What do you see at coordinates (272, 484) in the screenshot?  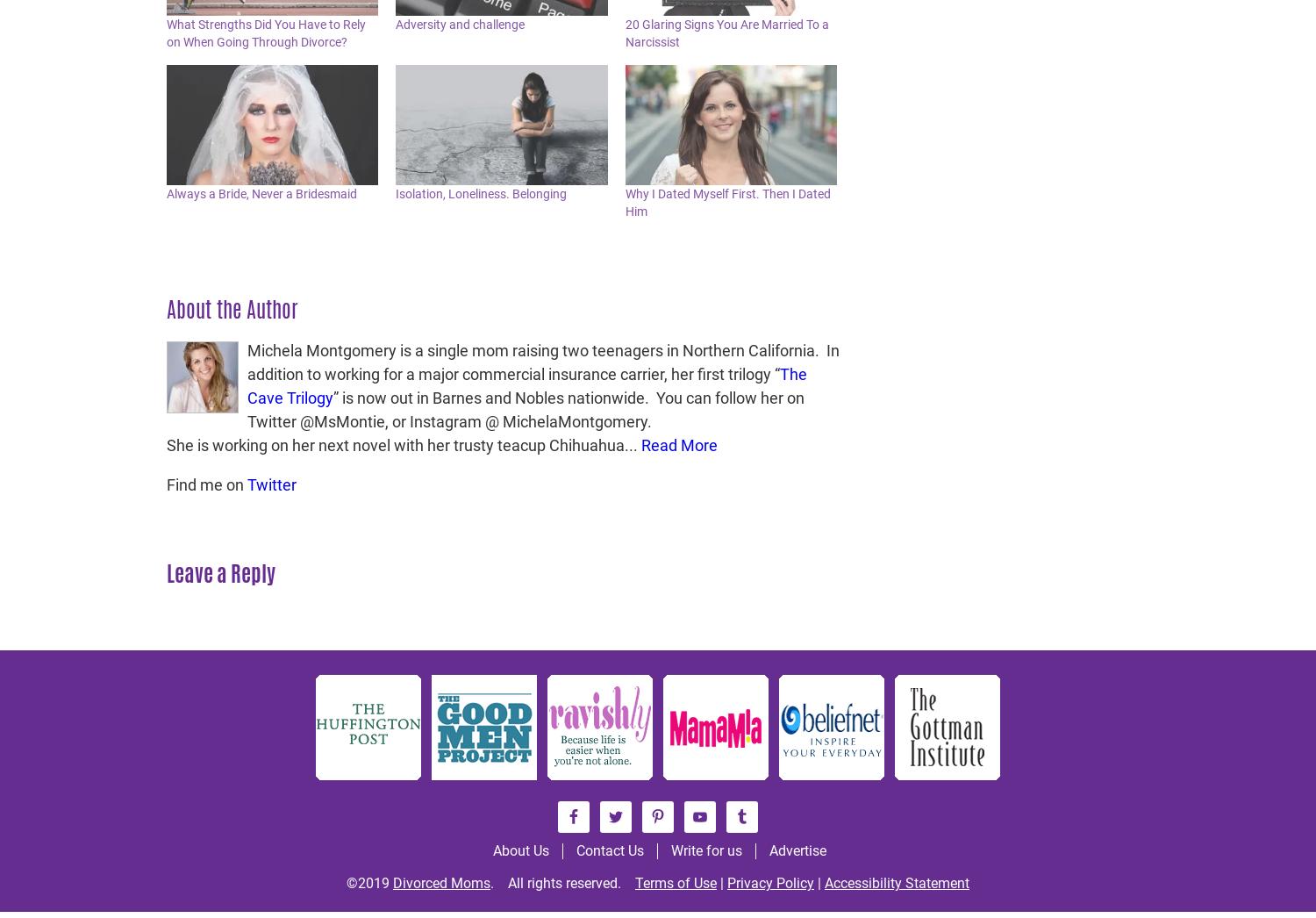 I see `'Twitter'` at bounding box center [272, 484].